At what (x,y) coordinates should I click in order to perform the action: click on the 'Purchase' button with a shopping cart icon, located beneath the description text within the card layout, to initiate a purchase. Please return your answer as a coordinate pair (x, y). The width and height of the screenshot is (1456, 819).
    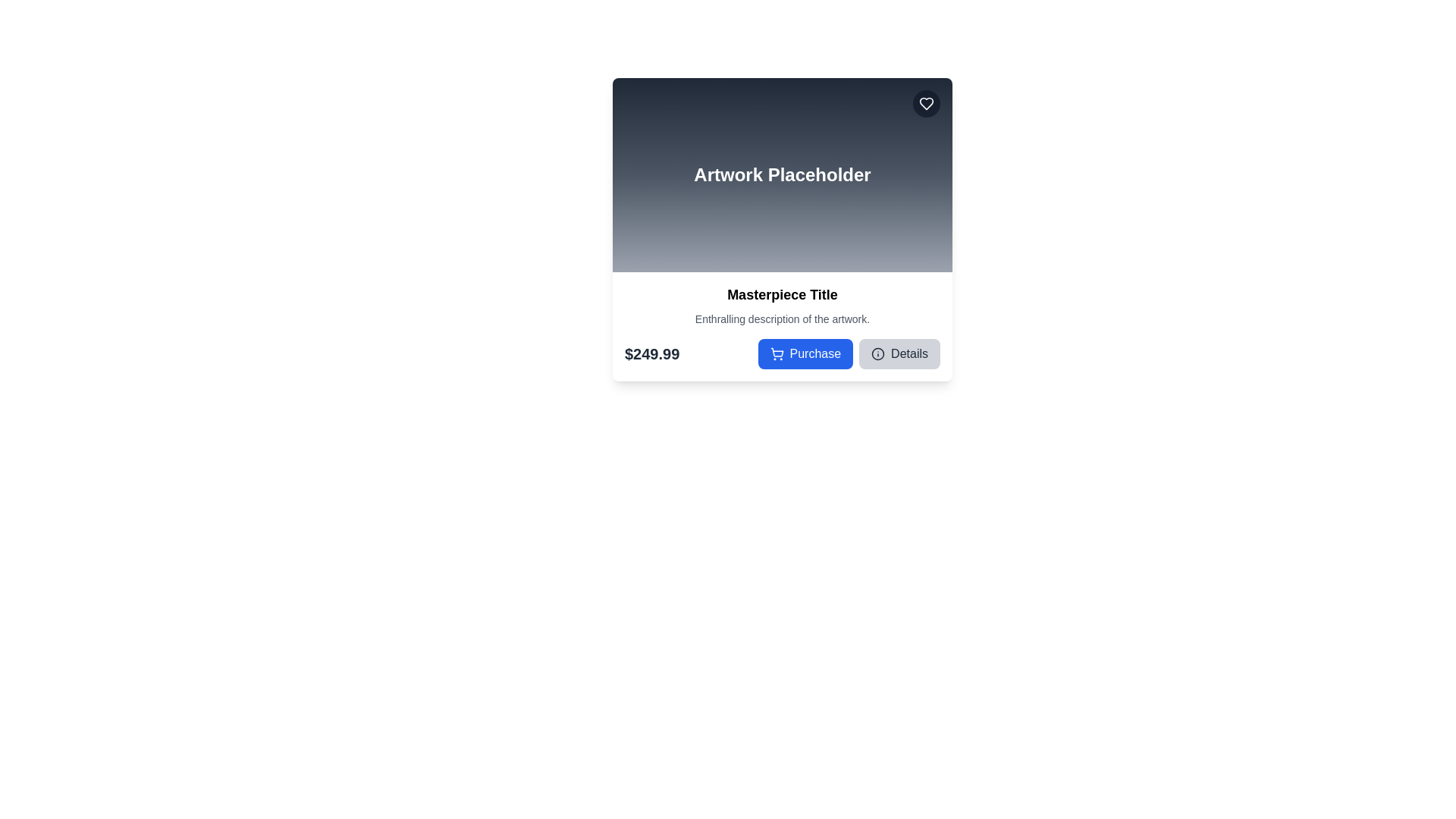
    Looking at the image, I should click on (783, 353).